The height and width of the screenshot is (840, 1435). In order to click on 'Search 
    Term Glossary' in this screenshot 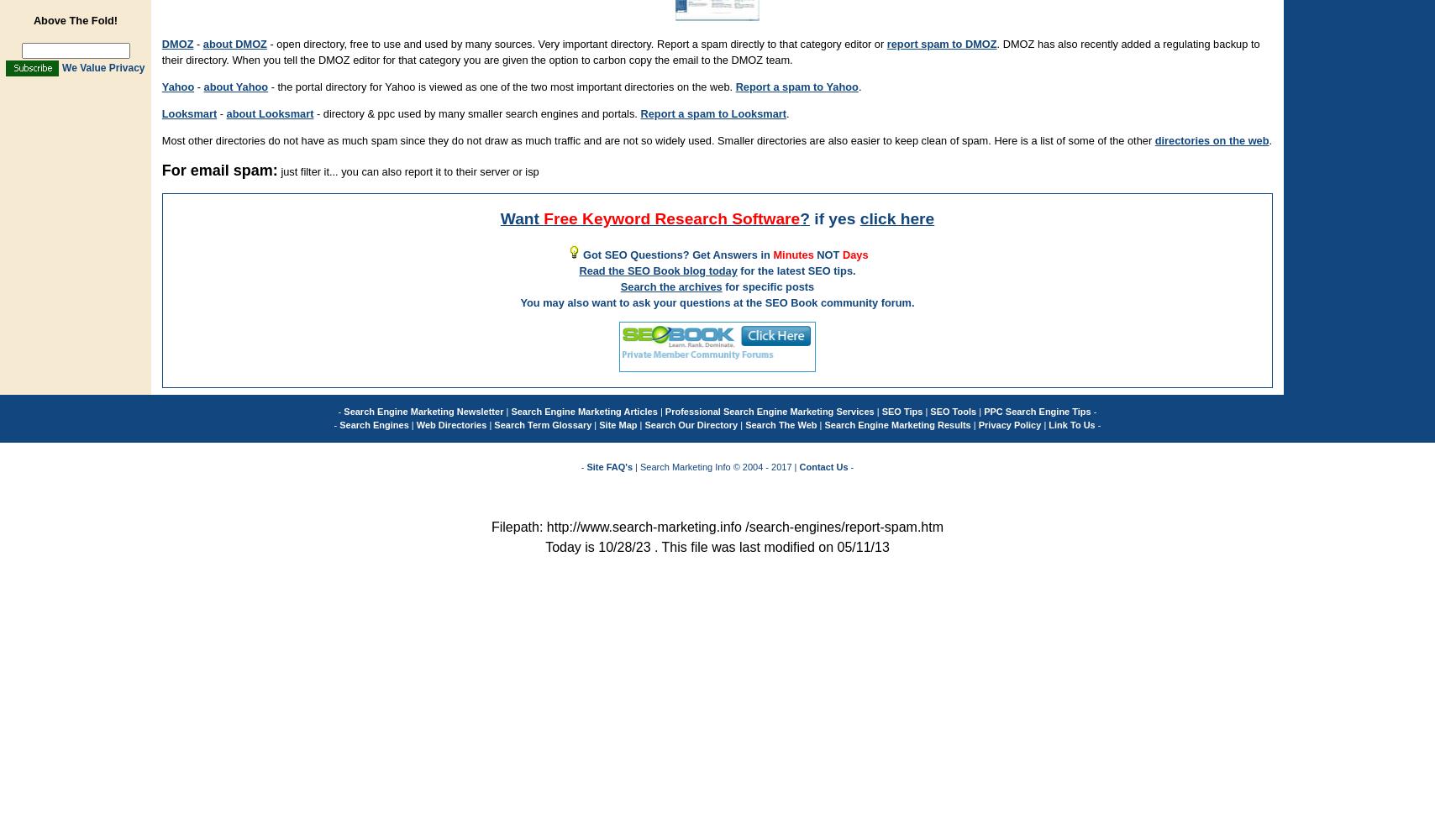, I will do `click(542, 425)`.